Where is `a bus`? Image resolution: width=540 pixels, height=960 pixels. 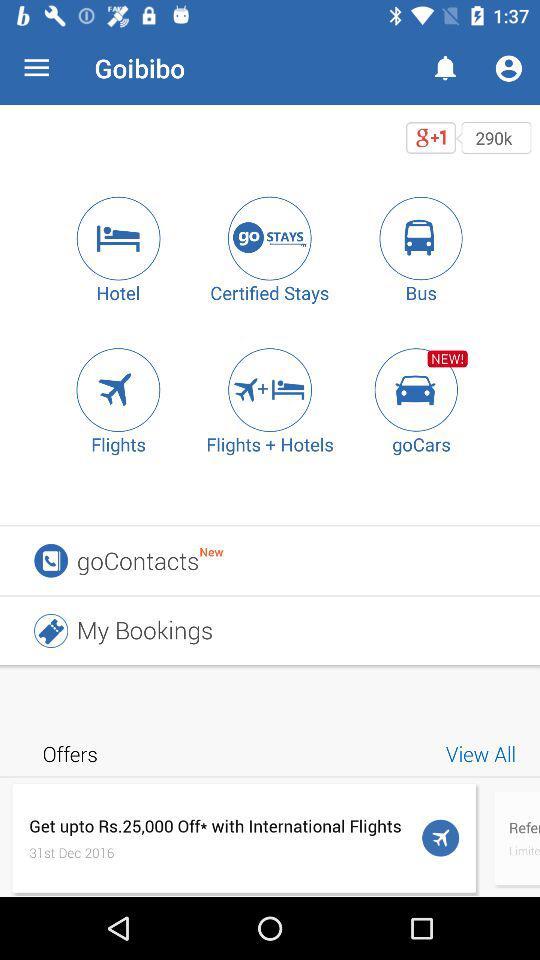
a bus is located at coordinates (420, 238).